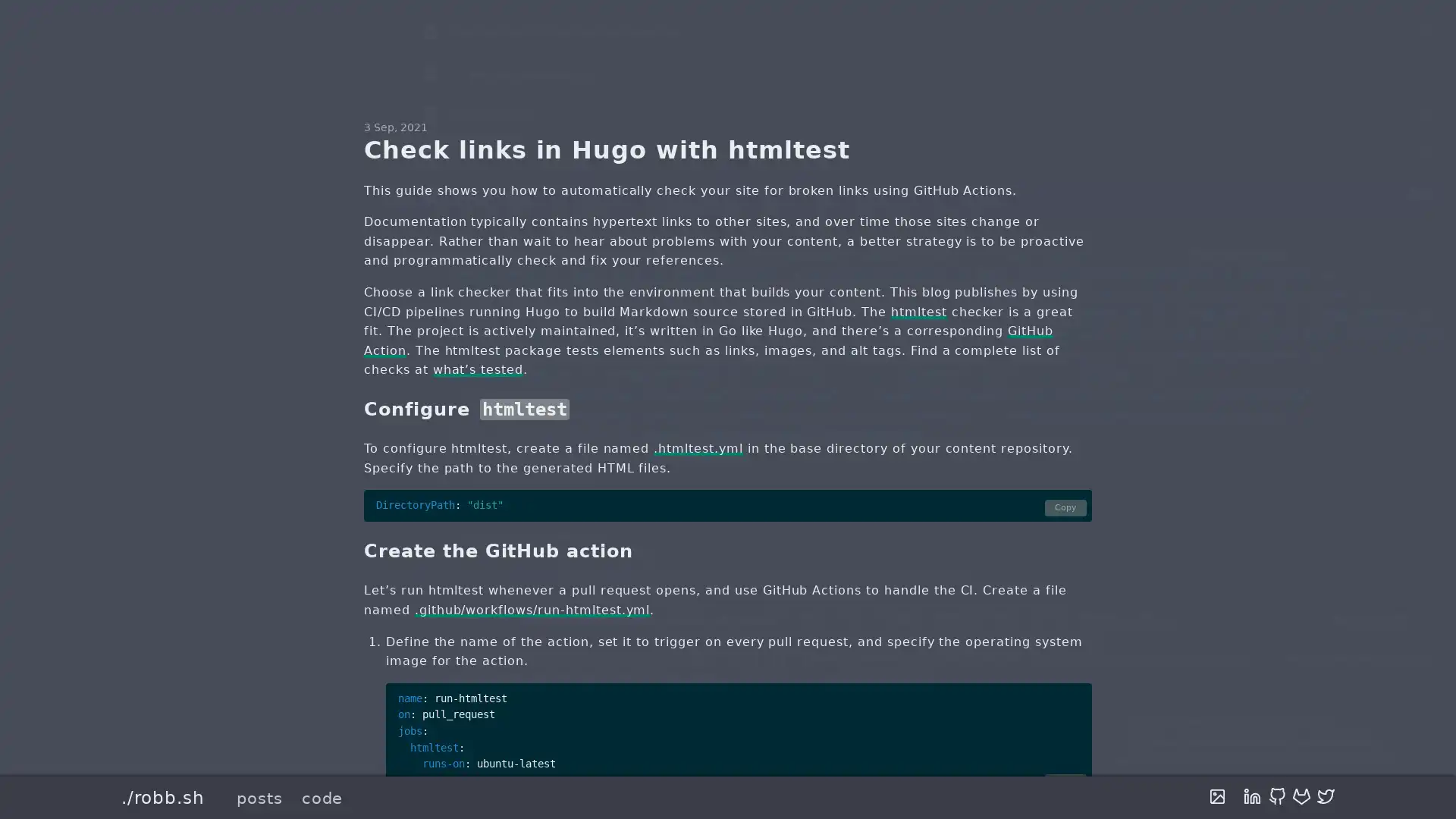  What do you see at coordinates (1065, 783) in the screenshot?
I see `Copy` at bounding box center [1065, 783].